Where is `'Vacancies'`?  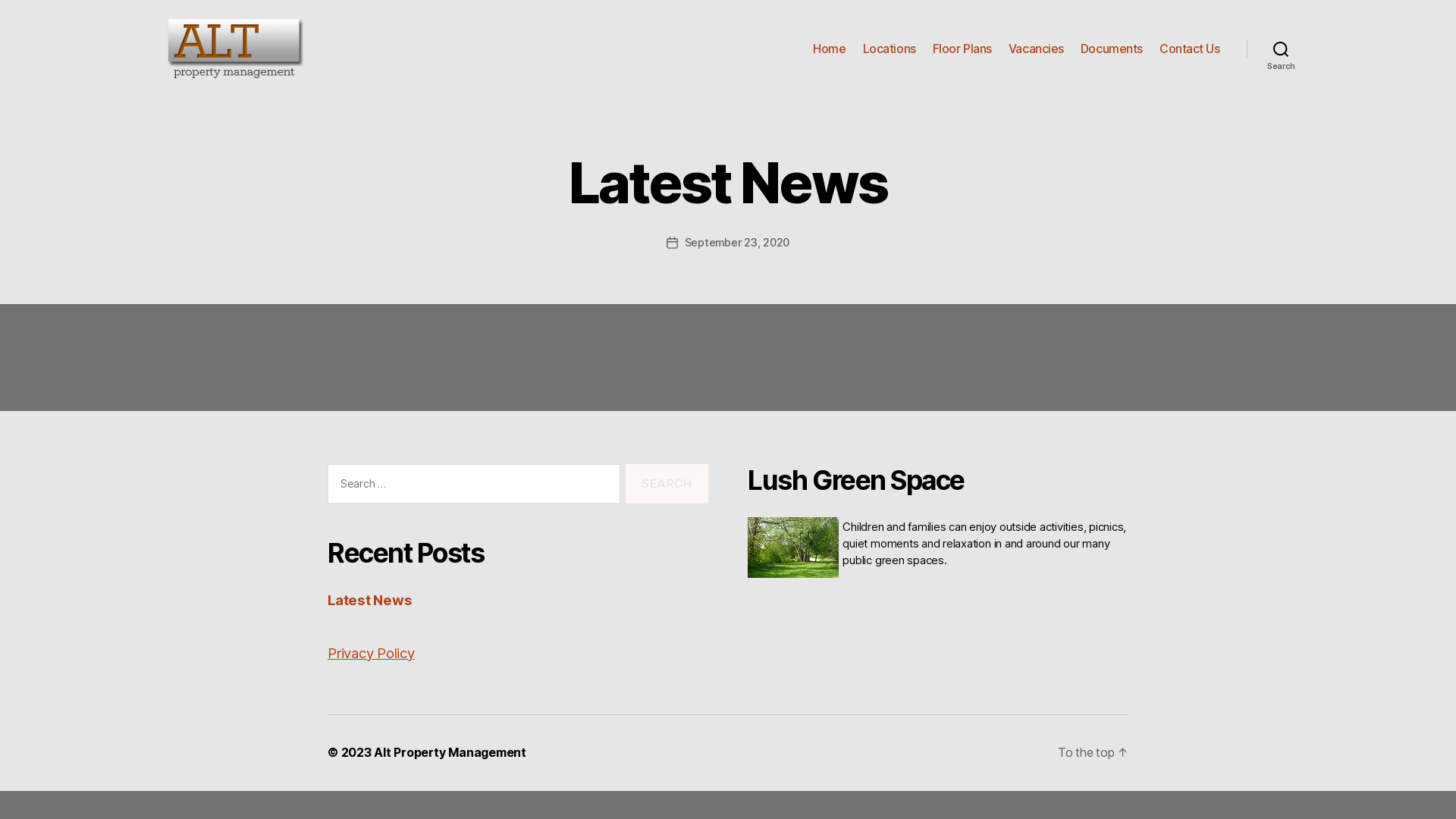 'Vacancies' is located at coordinates (1008, 48).